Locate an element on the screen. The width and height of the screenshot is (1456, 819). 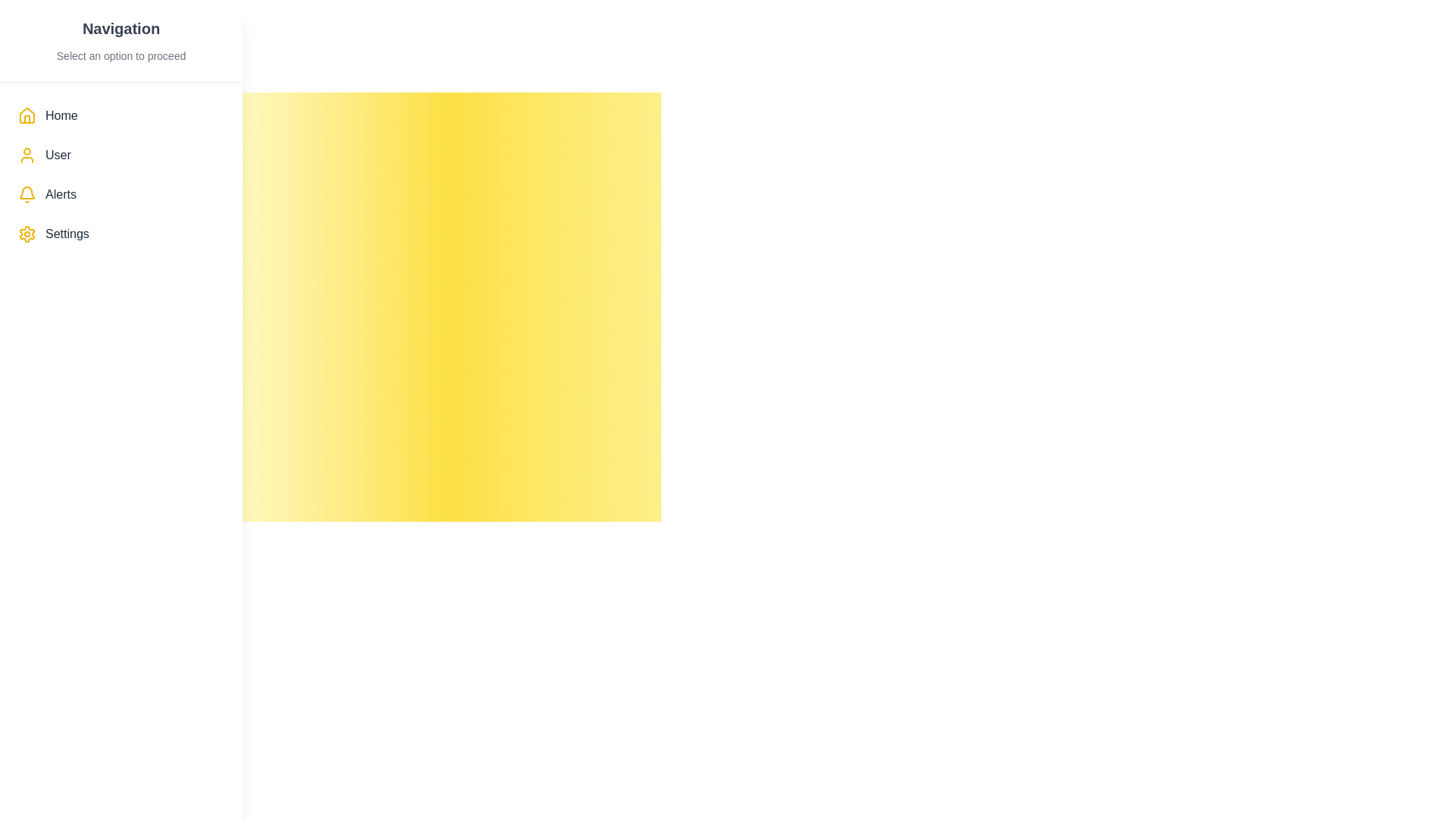
the 'Alerts' text label in the sidebar menu, which is styled with a medium font weight in dark gray and positioned next to a bell icon is located at coordinates (61, 194).